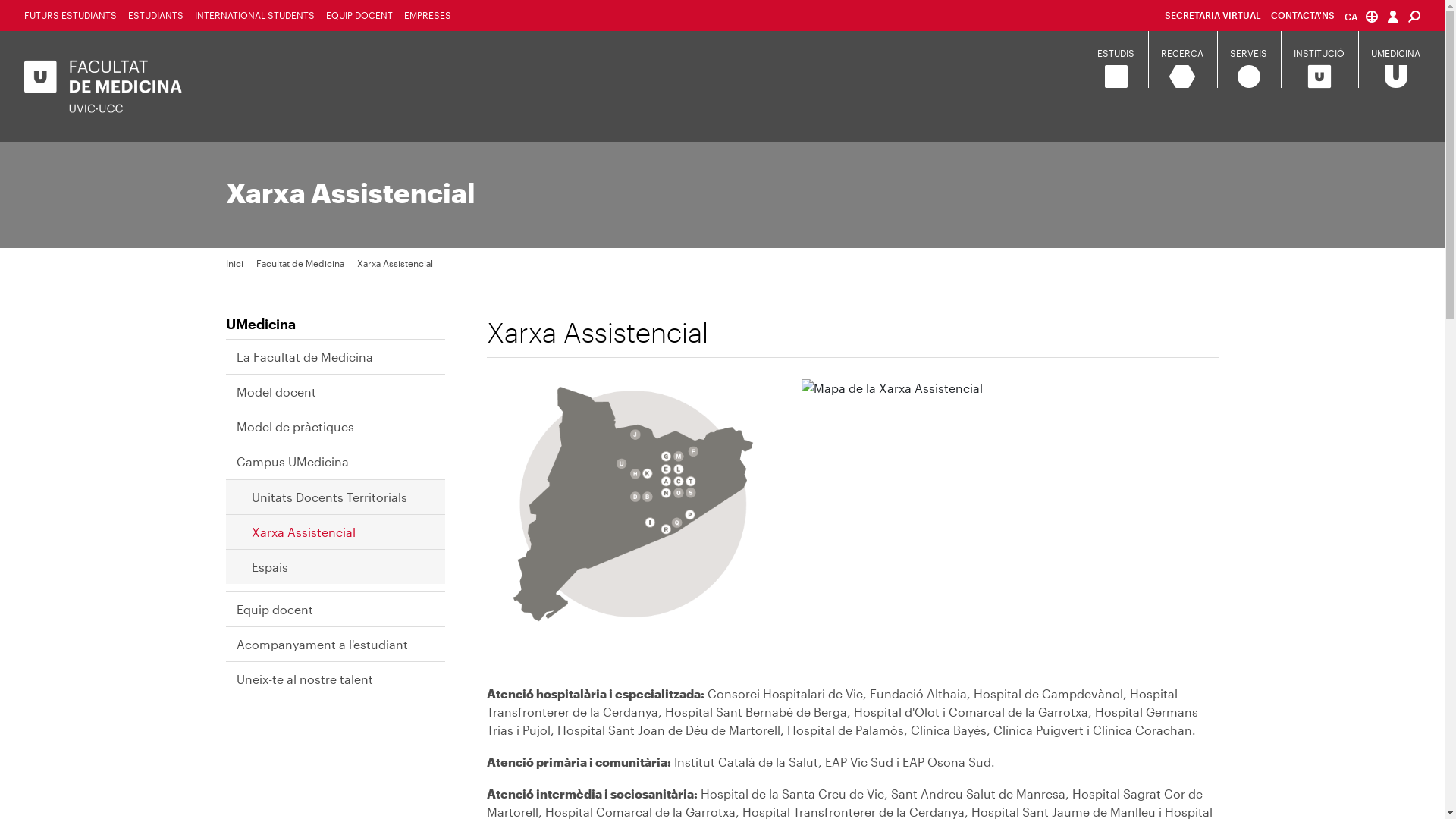 The image size is (1456, 819). What do you see at coordinates (1302, 14) in the screenshot?
I see `'CONTACTA'NS'` at bounding box center [1302, 14].